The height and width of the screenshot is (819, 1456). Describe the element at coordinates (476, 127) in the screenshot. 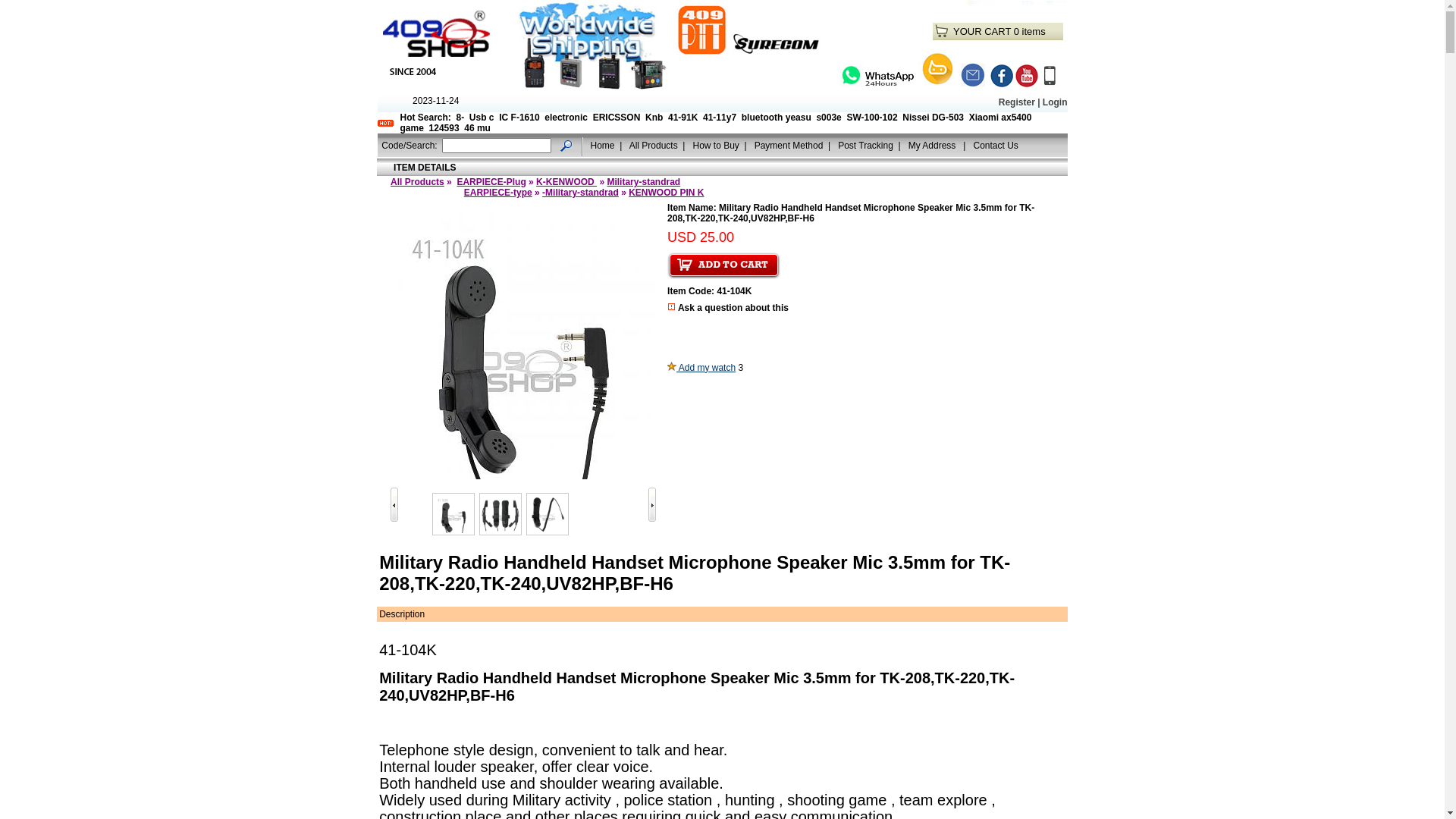

I see `'46 mu'` at that location.